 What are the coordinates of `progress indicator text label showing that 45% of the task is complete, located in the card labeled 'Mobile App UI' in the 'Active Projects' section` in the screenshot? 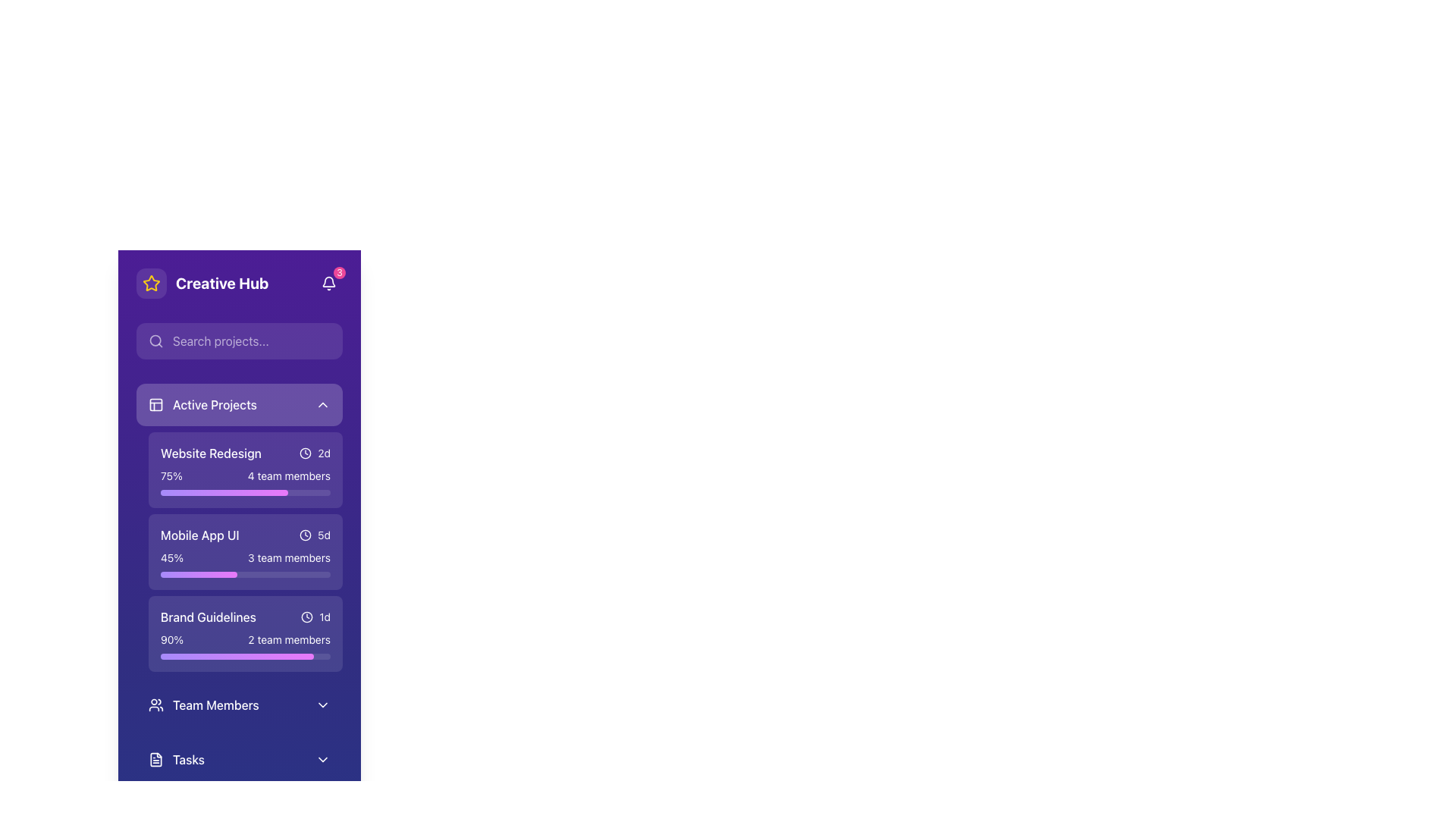 It's located at (172, 558).